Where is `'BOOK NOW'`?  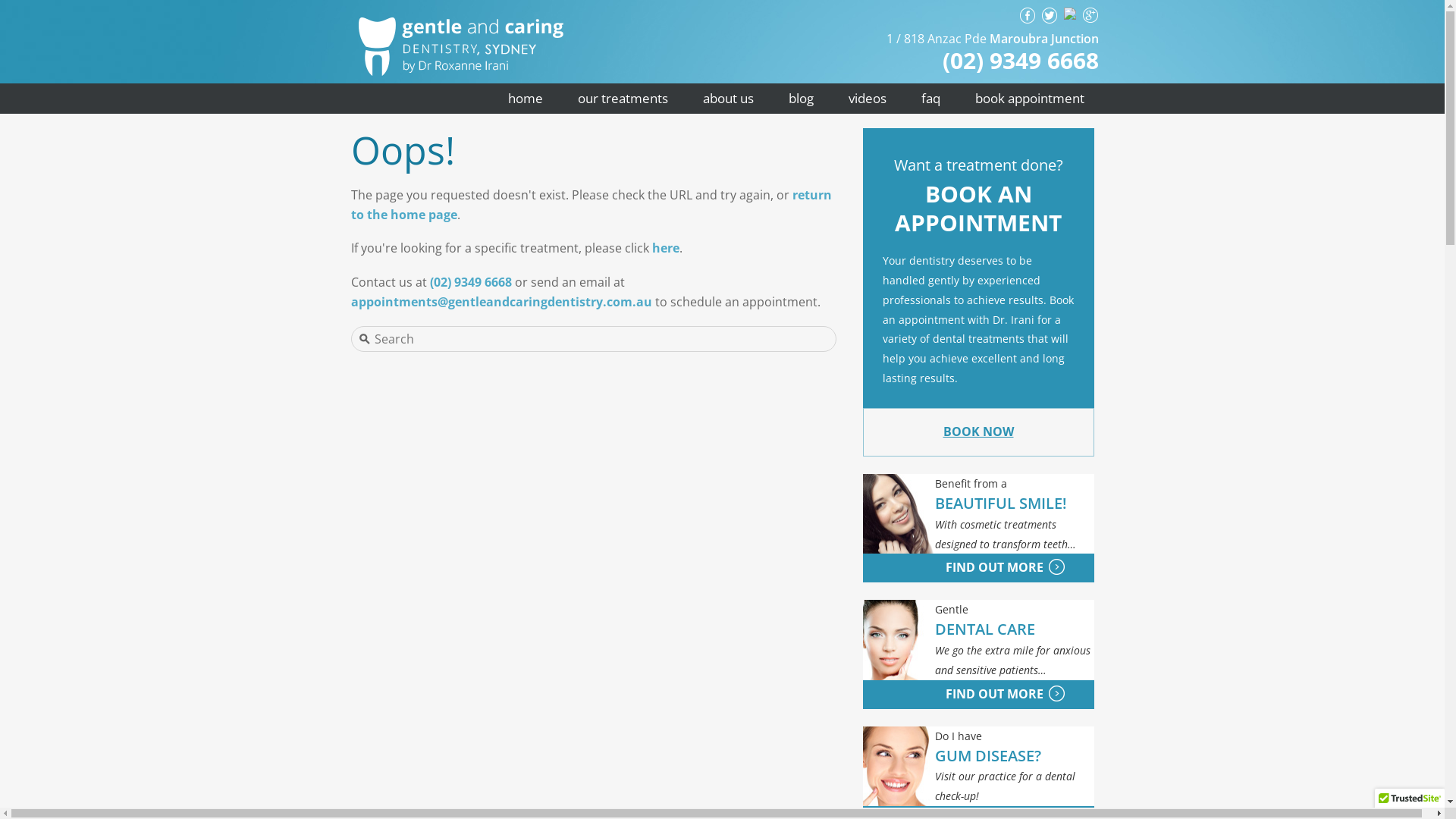
'BOOK NOW' is located at coordinates (978, 431).